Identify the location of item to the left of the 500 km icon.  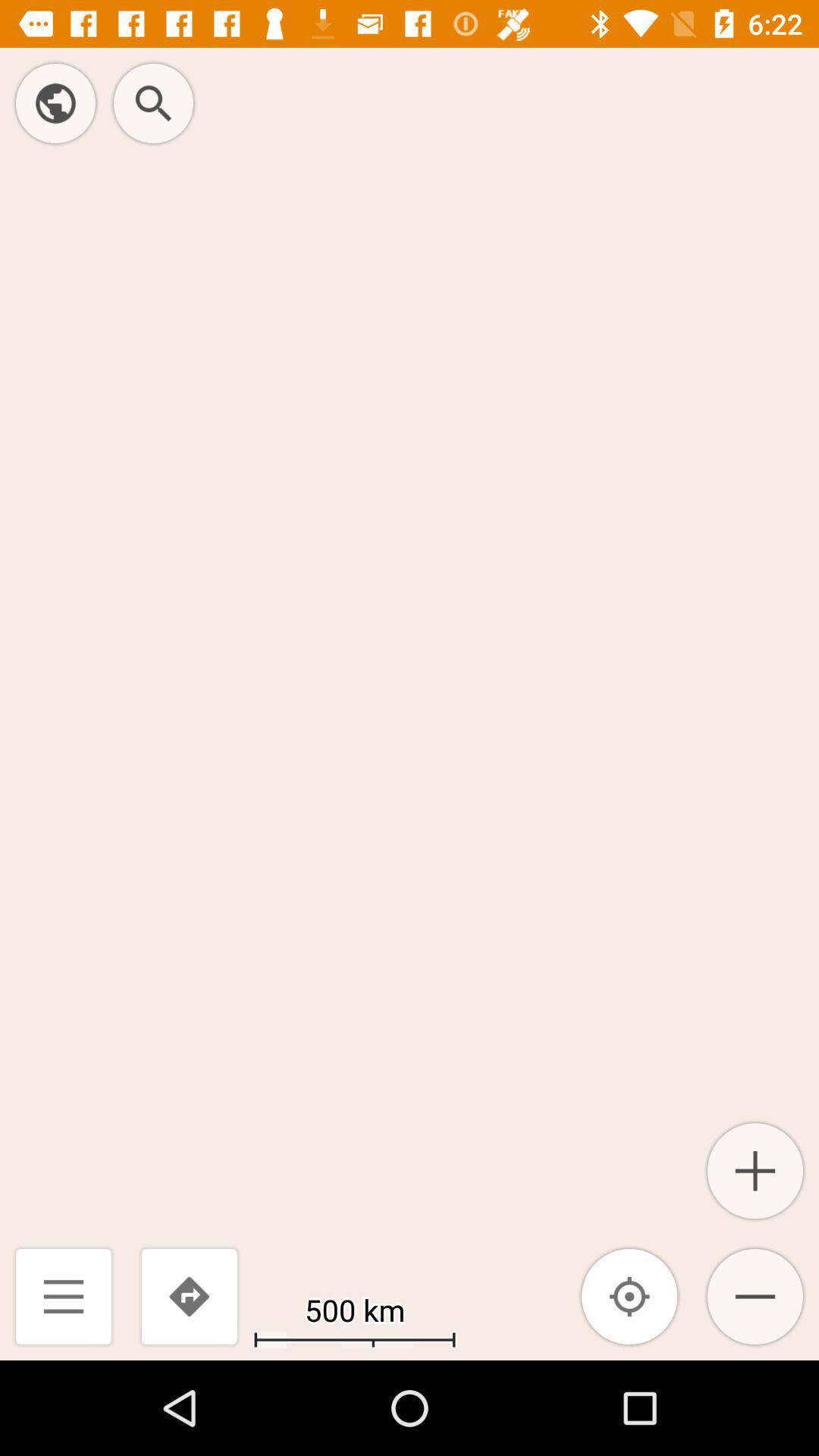
(188, 1295).